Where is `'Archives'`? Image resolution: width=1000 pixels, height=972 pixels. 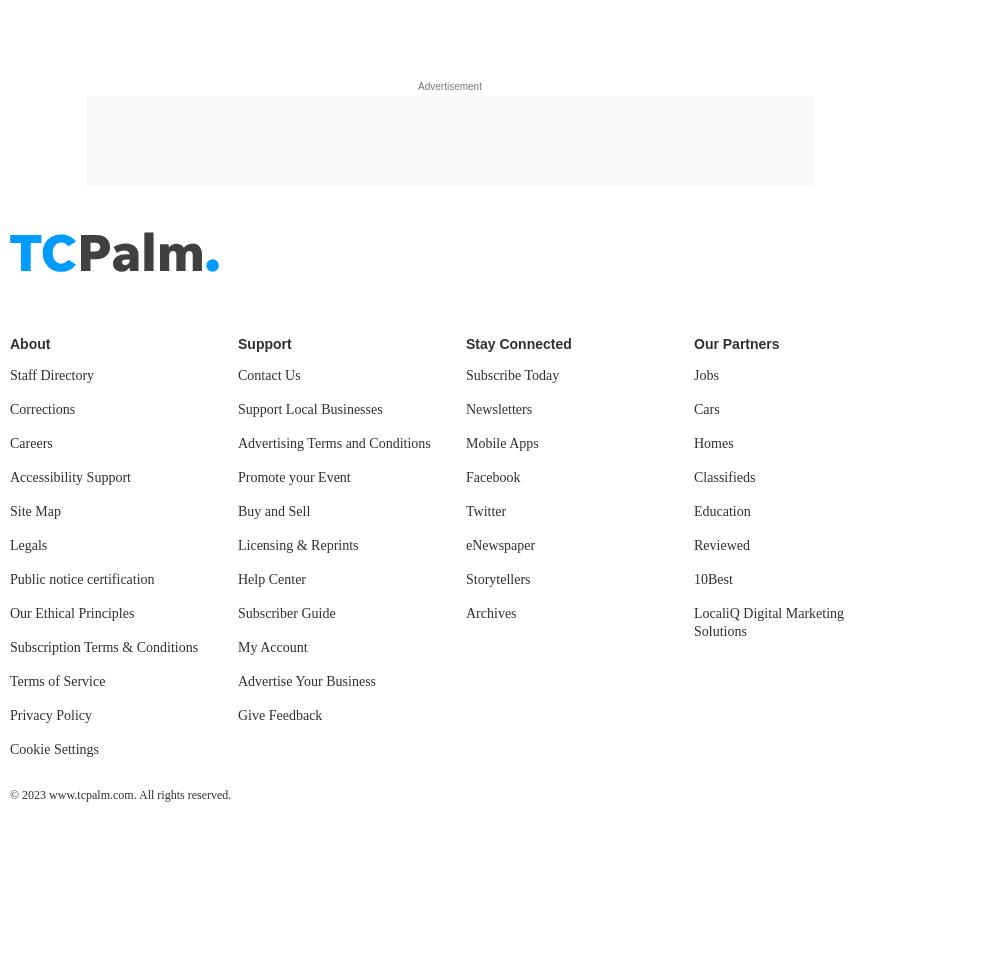 'Archives' is located at coordinates (465, 53).